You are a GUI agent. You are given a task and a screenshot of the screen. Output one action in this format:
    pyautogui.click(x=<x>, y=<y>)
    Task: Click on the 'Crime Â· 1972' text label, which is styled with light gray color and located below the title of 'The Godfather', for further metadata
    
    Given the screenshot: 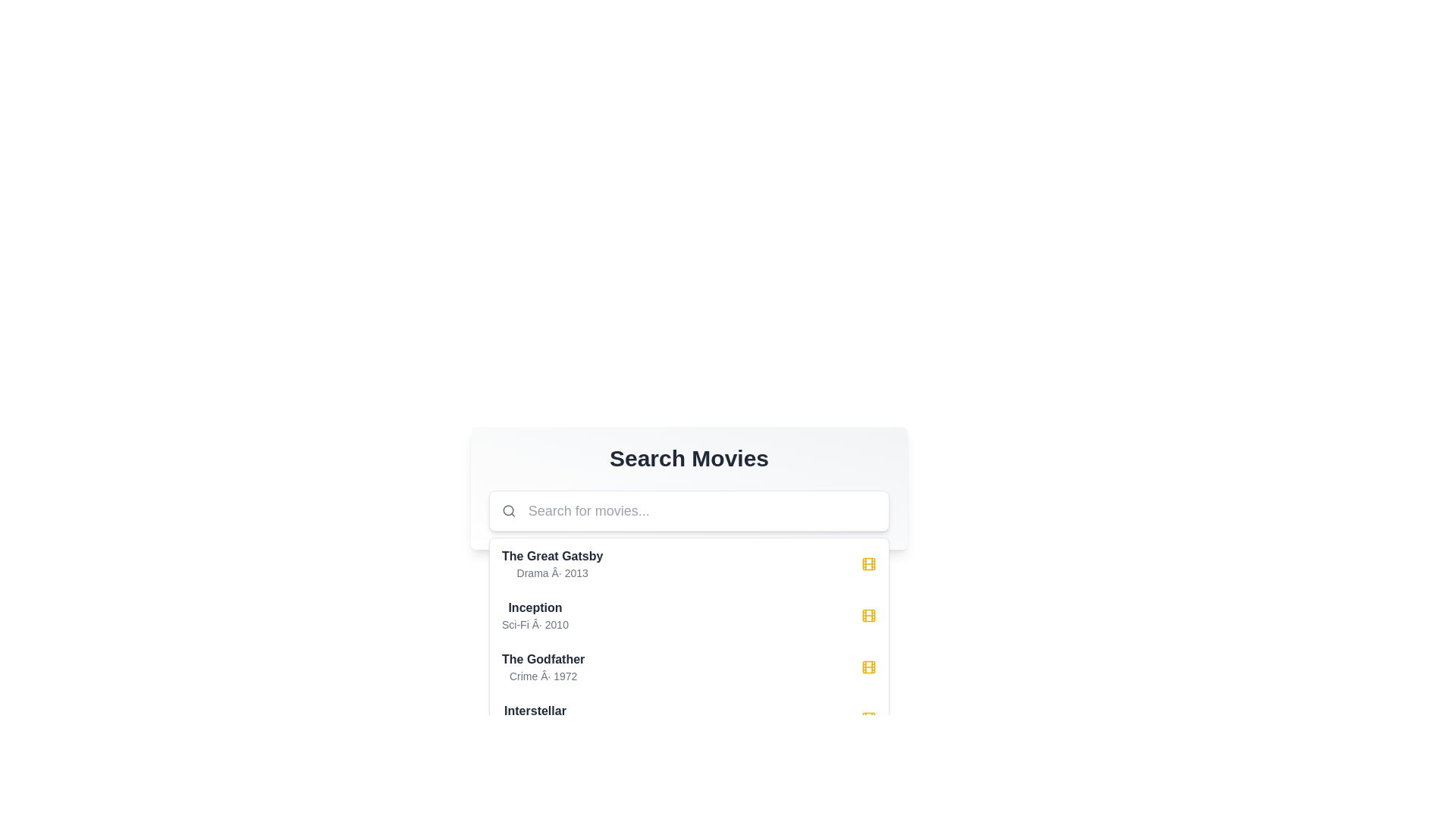 What is the action you would take?
    pyautogui.click(x=543, y=675)
    